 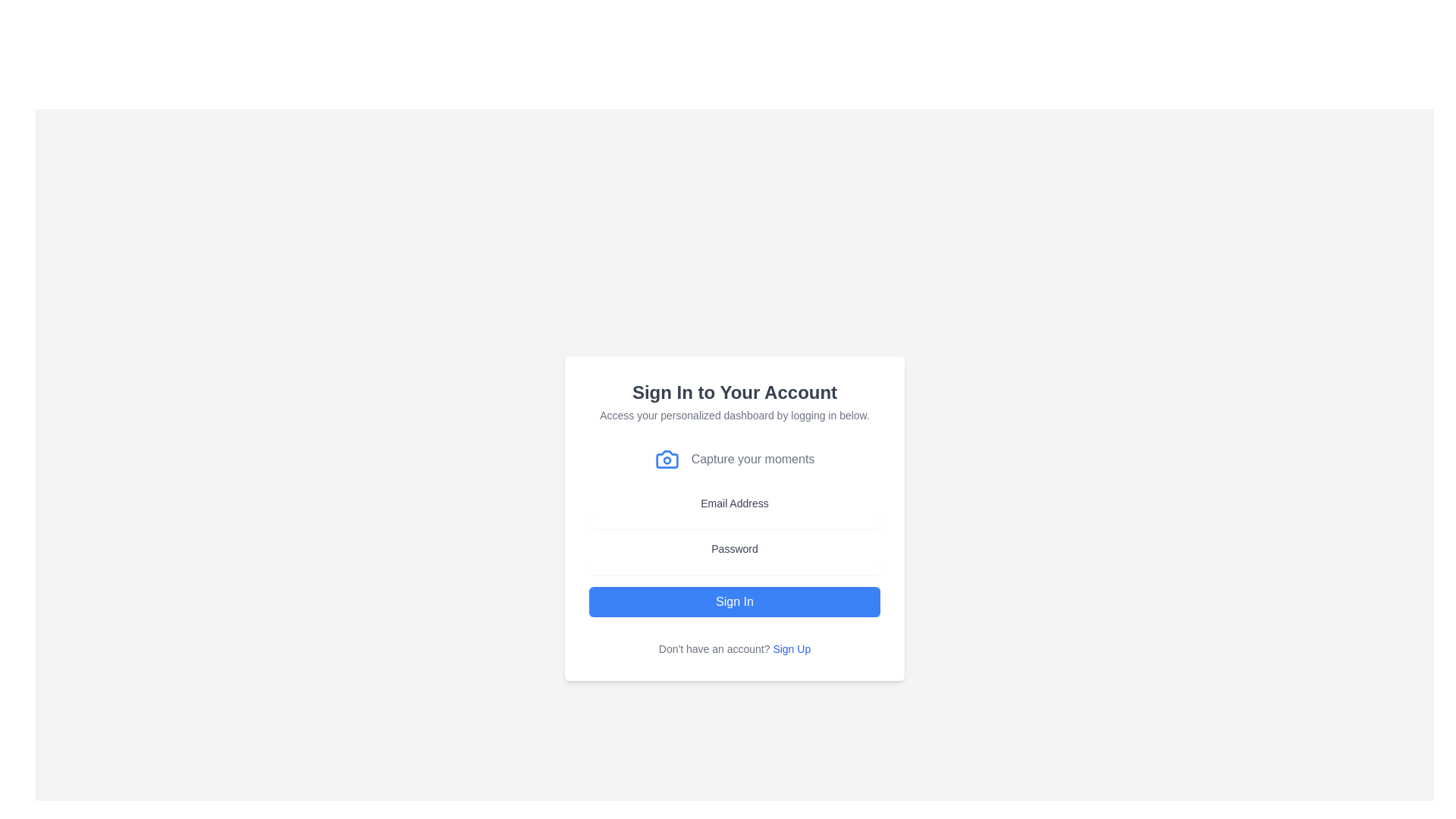 I want to click on the 'Sign Up' hyperlink styled in blue at the bottom center of the login card, so click(x=791, y=648).